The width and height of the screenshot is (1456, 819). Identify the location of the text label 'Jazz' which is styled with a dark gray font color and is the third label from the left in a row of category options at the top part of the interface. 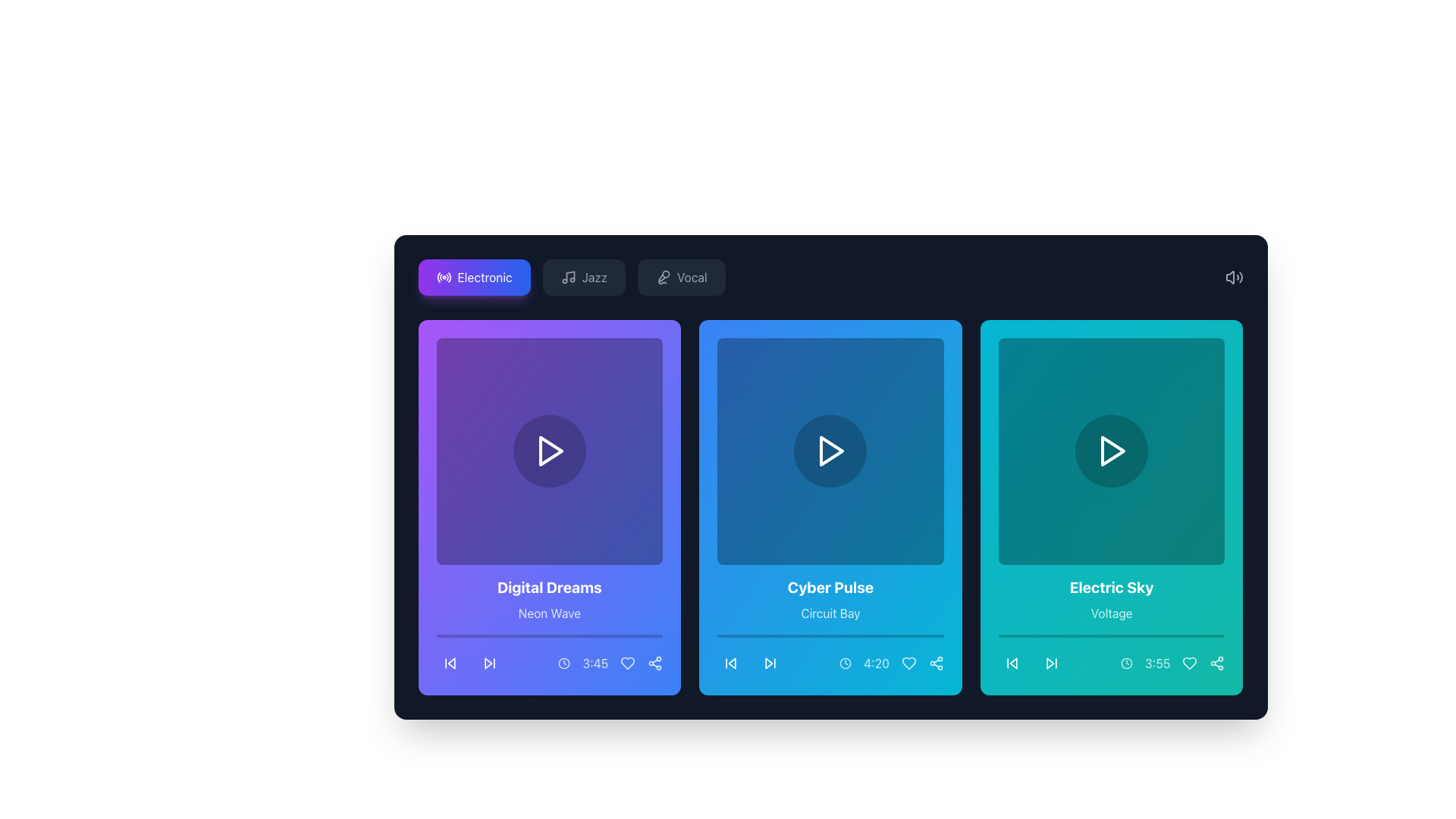
(594, 278).